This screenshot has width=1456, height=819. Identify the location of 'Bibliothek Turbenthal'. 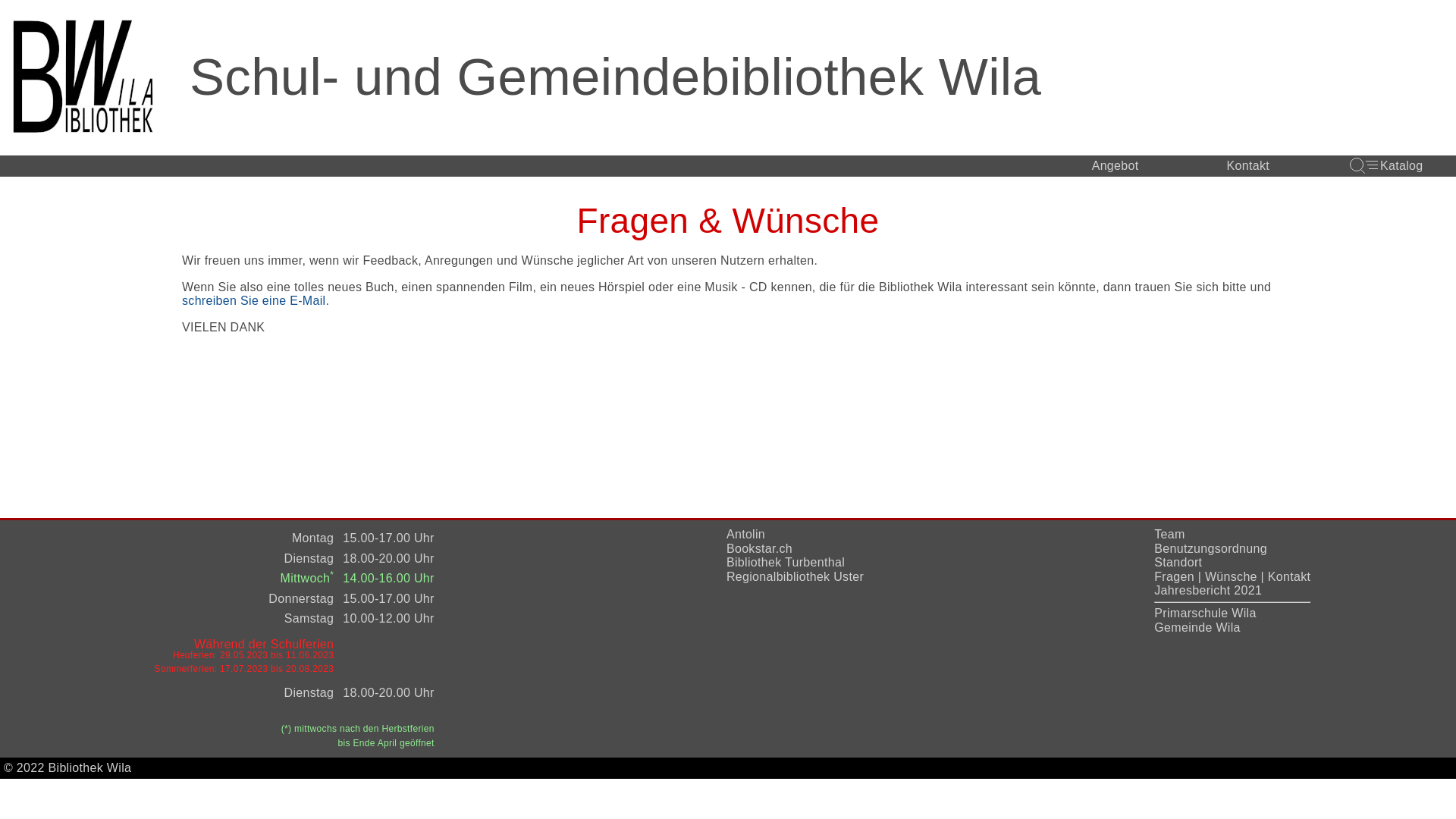
(786, 562).